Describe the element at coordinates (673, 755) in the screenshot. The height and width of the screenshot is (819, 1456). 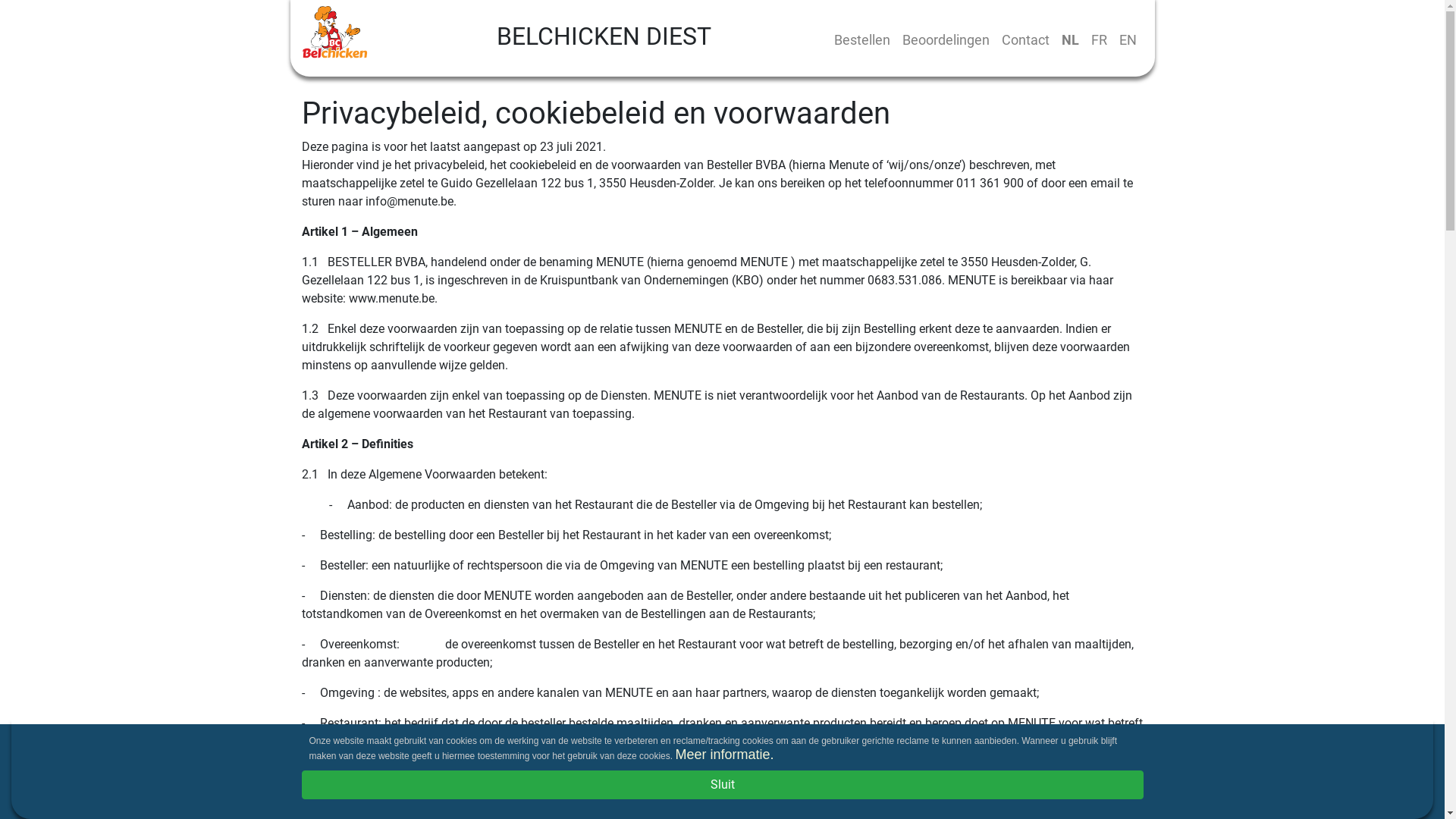
I see `'Meer informatie.'` at that location.